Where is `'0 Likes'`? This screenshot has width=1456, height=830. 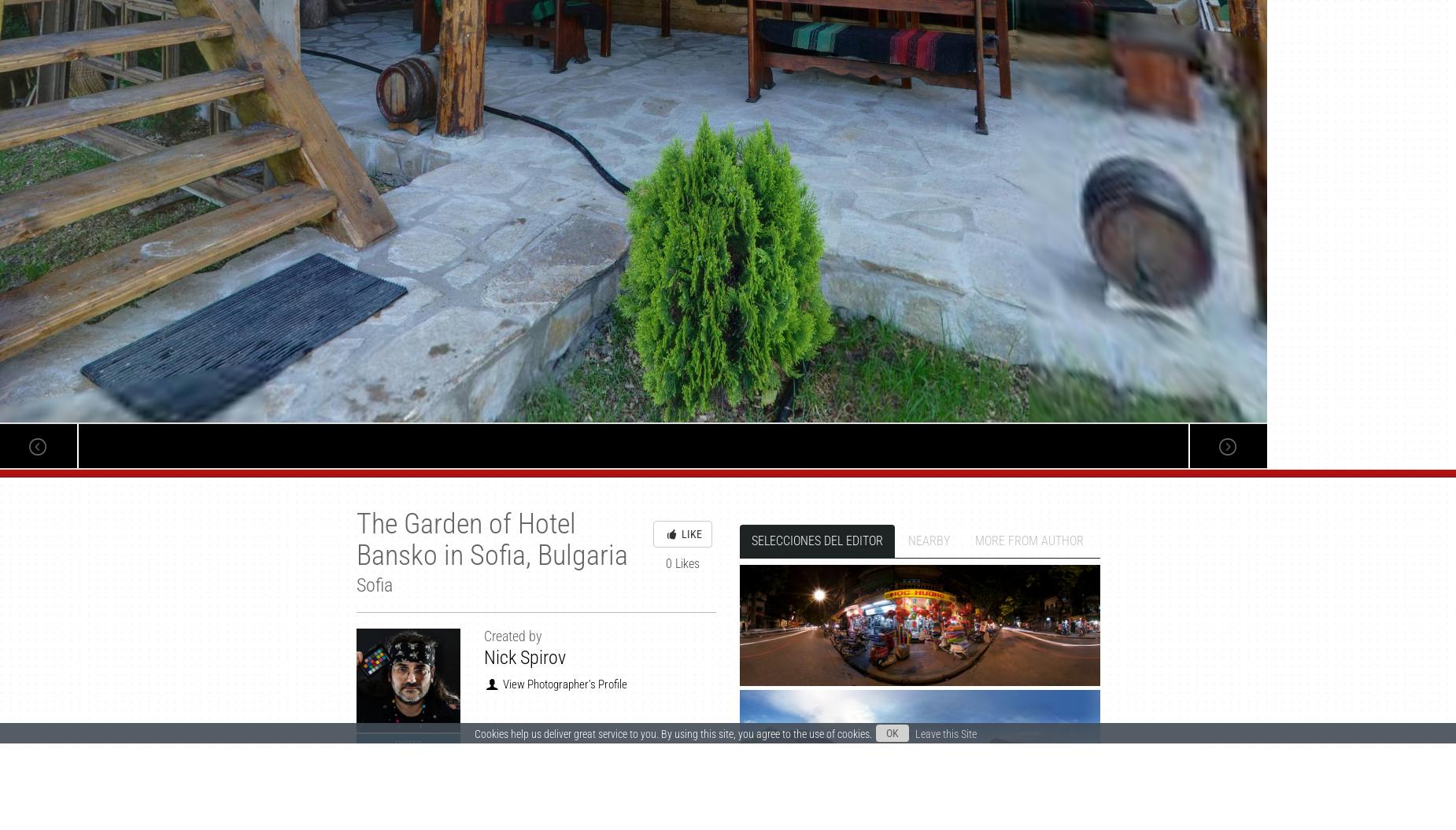 '0 Likes' is located at coordinates (666, 563).